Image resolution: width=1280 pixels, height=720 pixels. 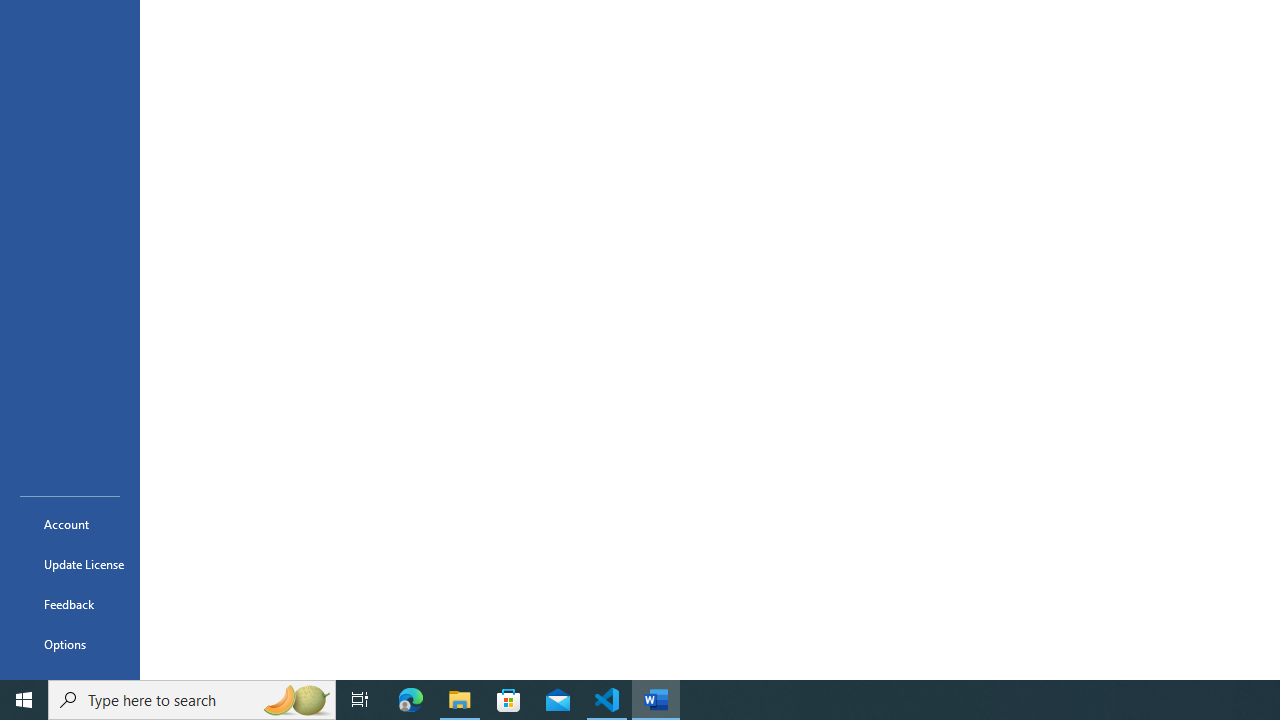 What do you see at coordinates (69, 603) in the screenshot?
I see `'Feedback'` at bounding box center [69, 603].